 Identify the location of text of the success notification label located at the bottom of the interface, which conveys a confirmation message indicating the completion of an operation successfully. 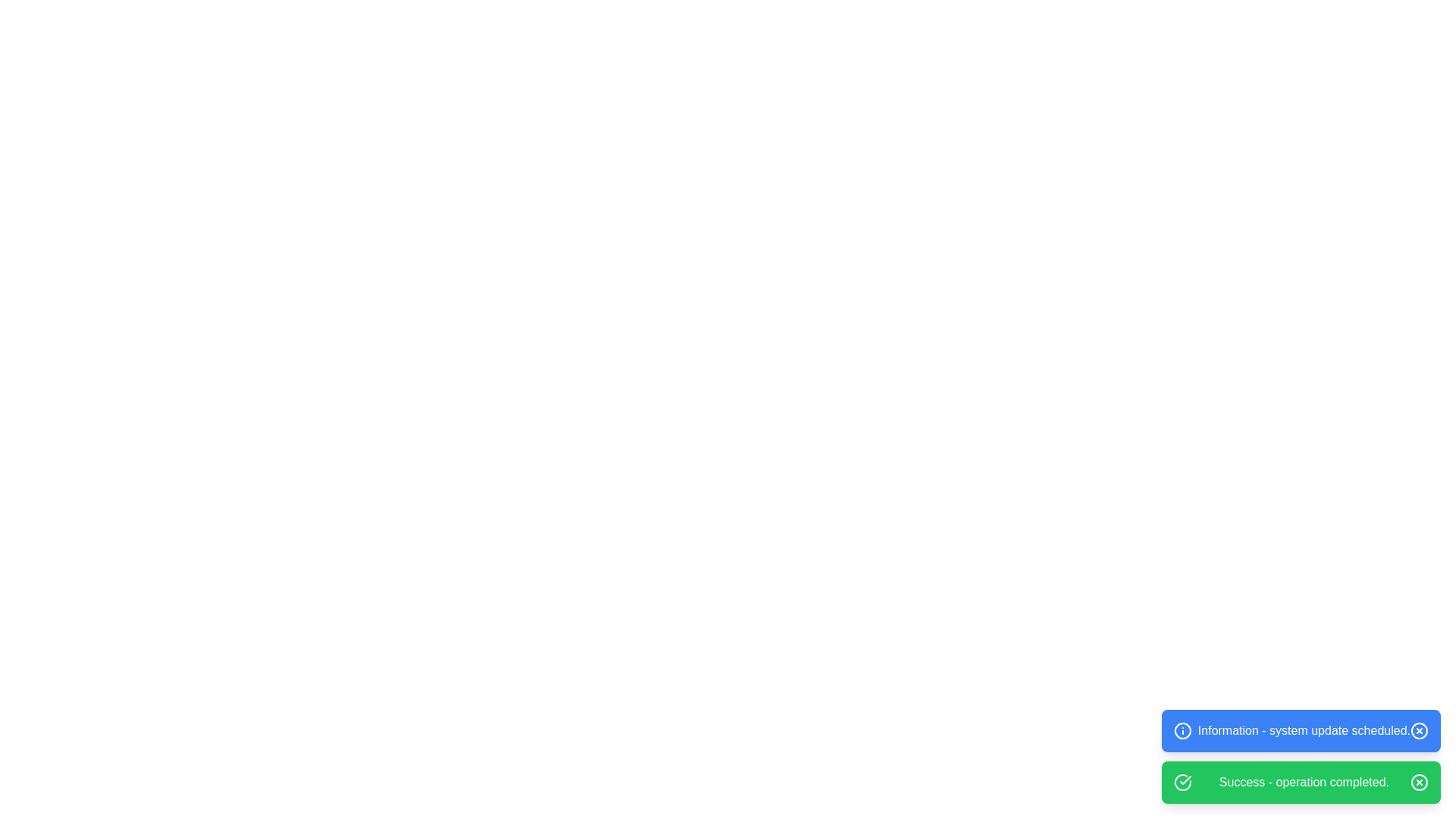
(1303, 783).